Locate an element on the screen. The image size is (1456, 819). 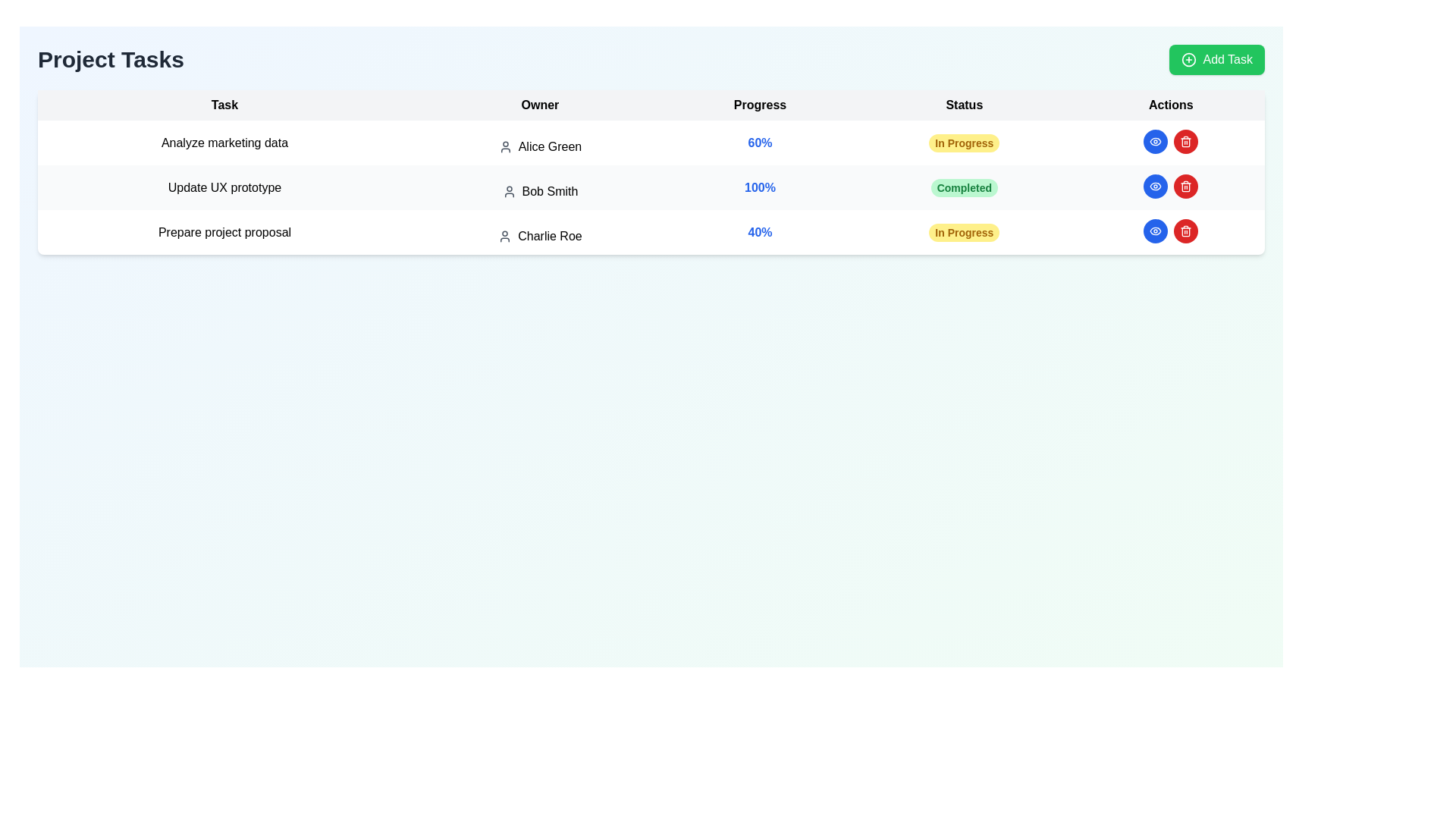
the rounded blue button with a white eye icon is located at coordinates (1155, 231).